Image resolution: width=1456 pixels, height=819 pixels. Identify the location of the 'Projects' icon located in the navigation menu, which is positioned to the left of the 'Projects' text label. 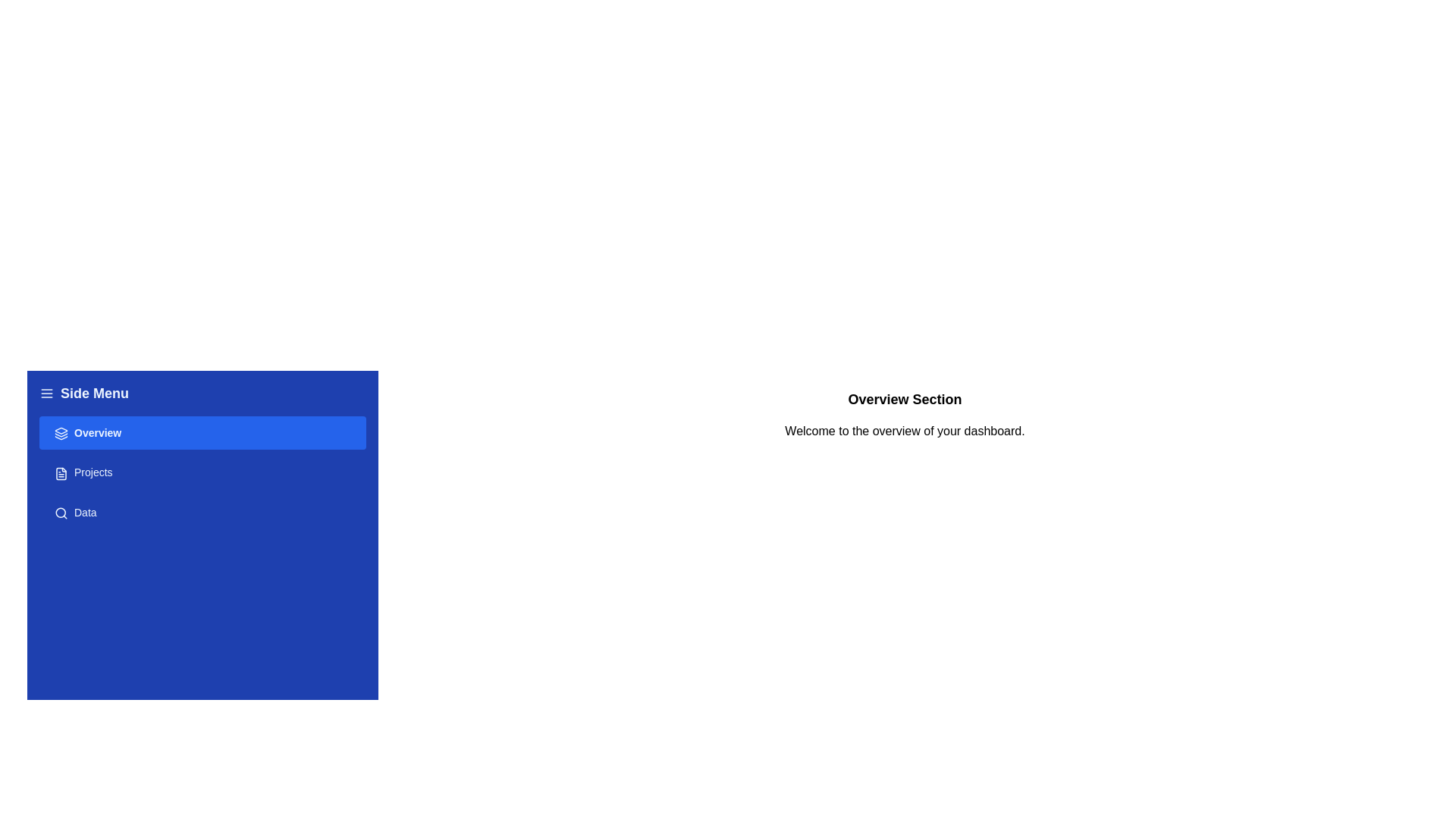
(61, 472).